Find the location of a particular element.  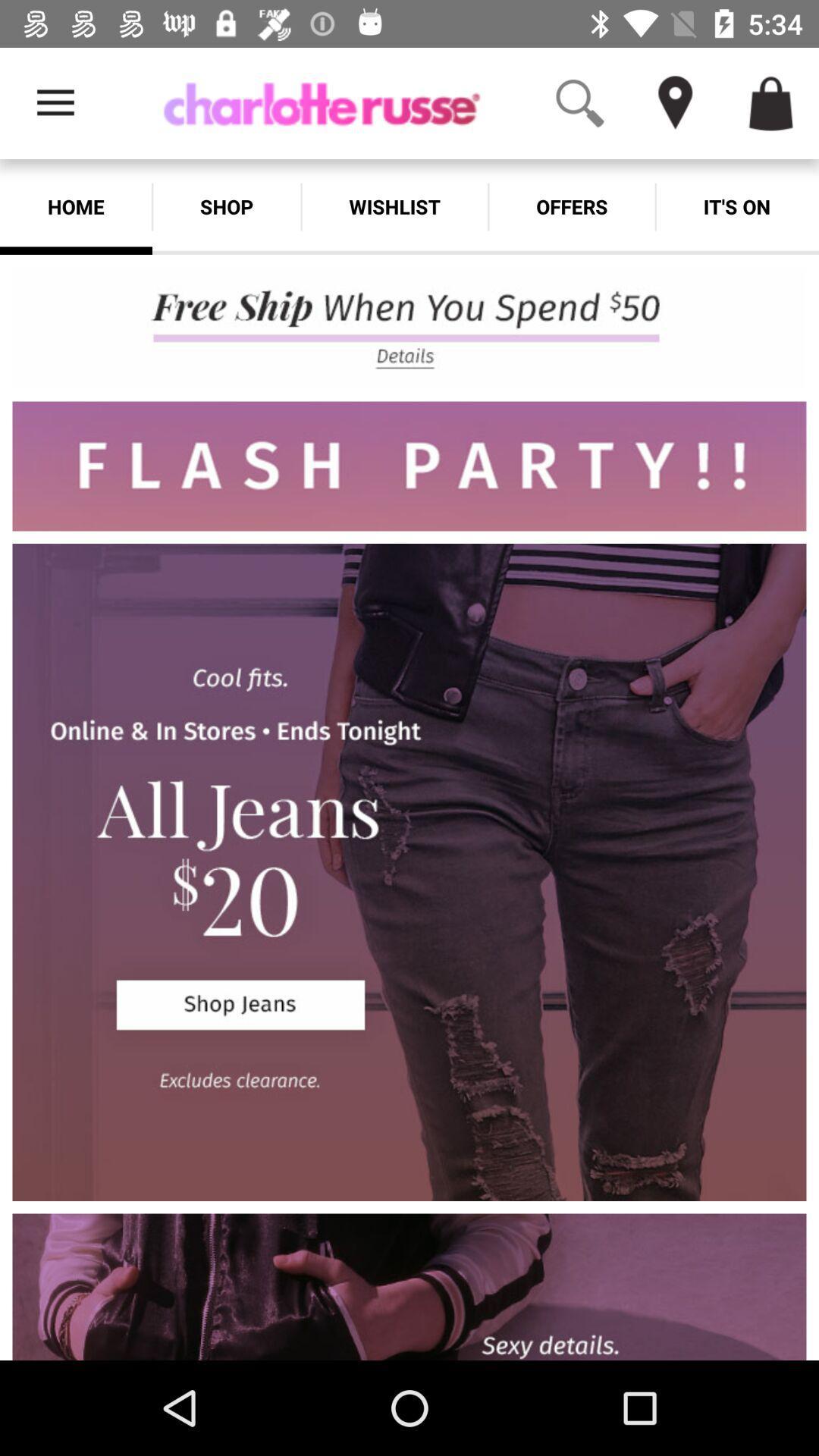

icon next to shop is located at coordinates (76, 206).